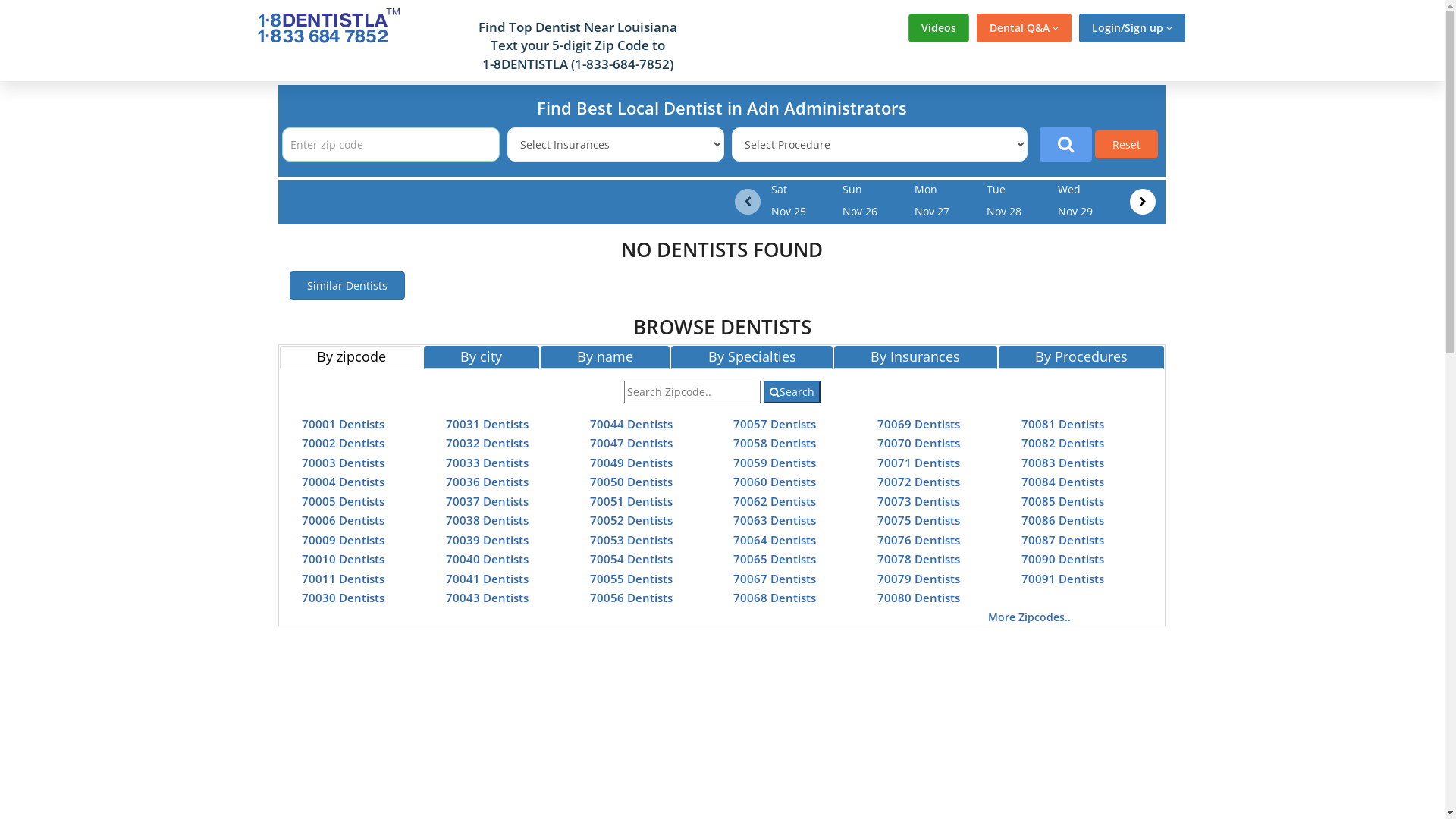 This screenshot has width=1456, height=819. I want to click on '70006 Dentists', so click(342, 519).